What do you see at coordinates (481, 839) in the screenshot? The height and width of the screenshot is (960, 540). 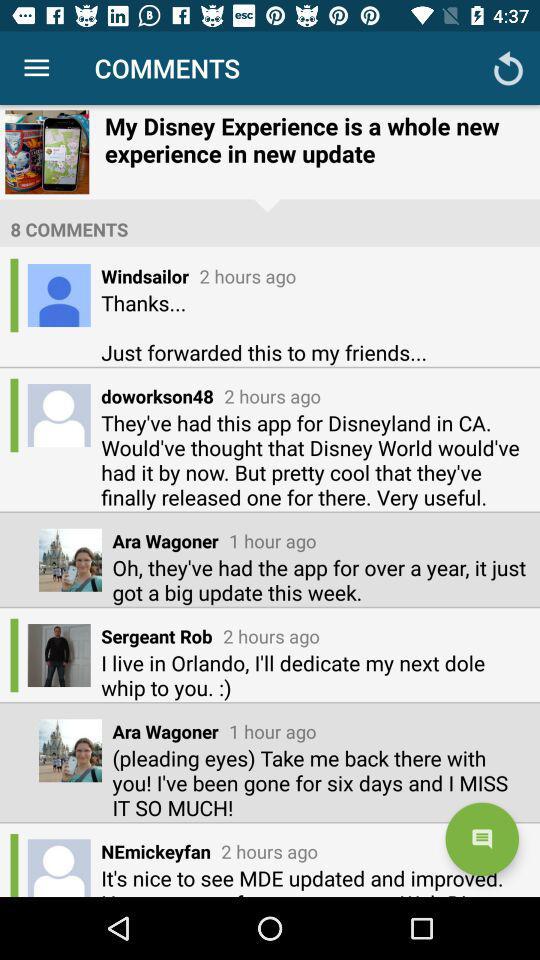 I see `the chat icon` at bounding box center [481, 839].